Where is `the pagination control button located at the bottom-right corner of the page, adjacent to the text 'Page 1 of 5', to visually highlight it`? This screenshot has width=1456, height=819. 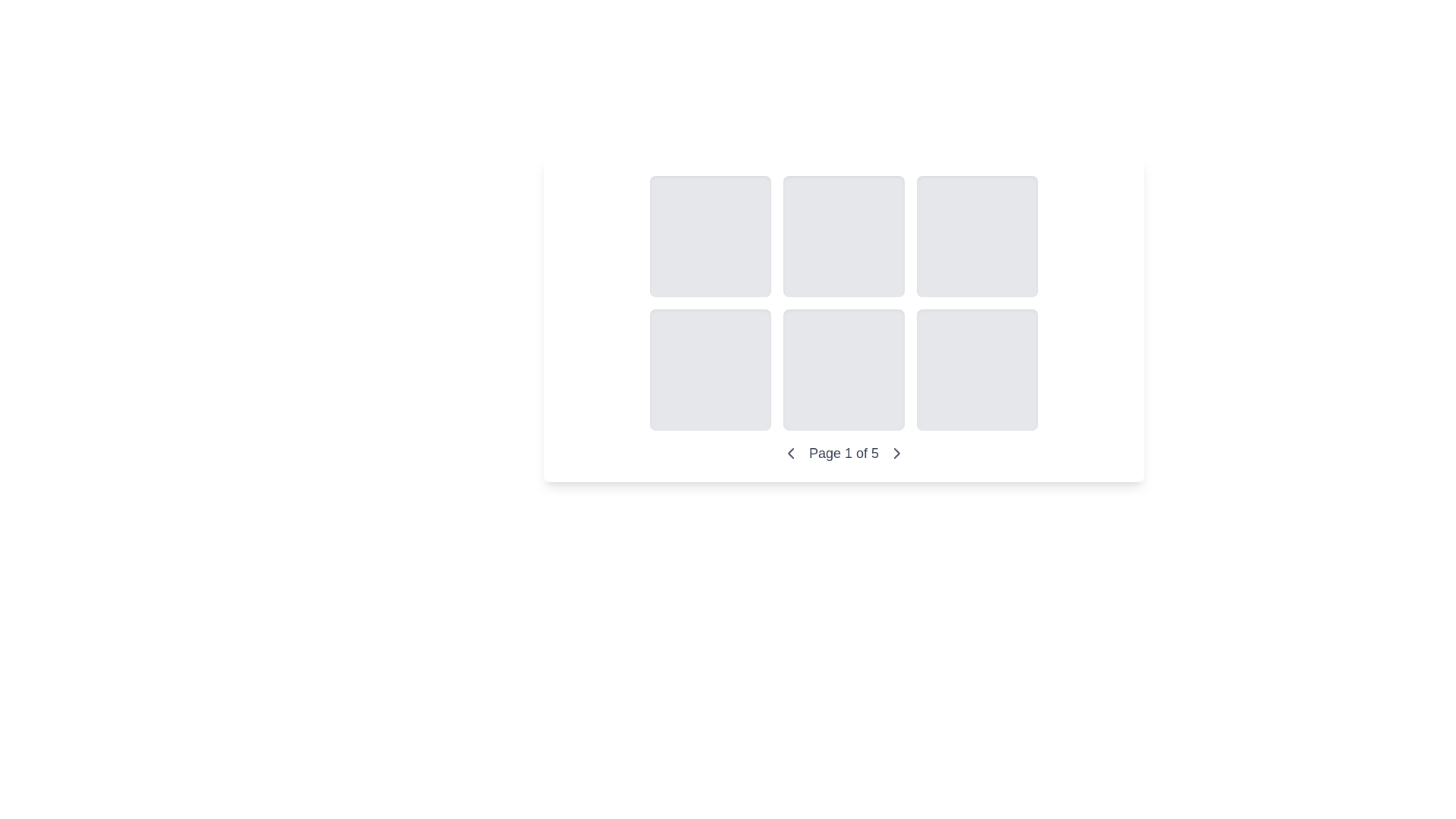
the pagination control button located at the bottom-right corner of the page, adjacent to the text 'Page 1 of 5', to visually highlight it is located at coordinates (897, 452).